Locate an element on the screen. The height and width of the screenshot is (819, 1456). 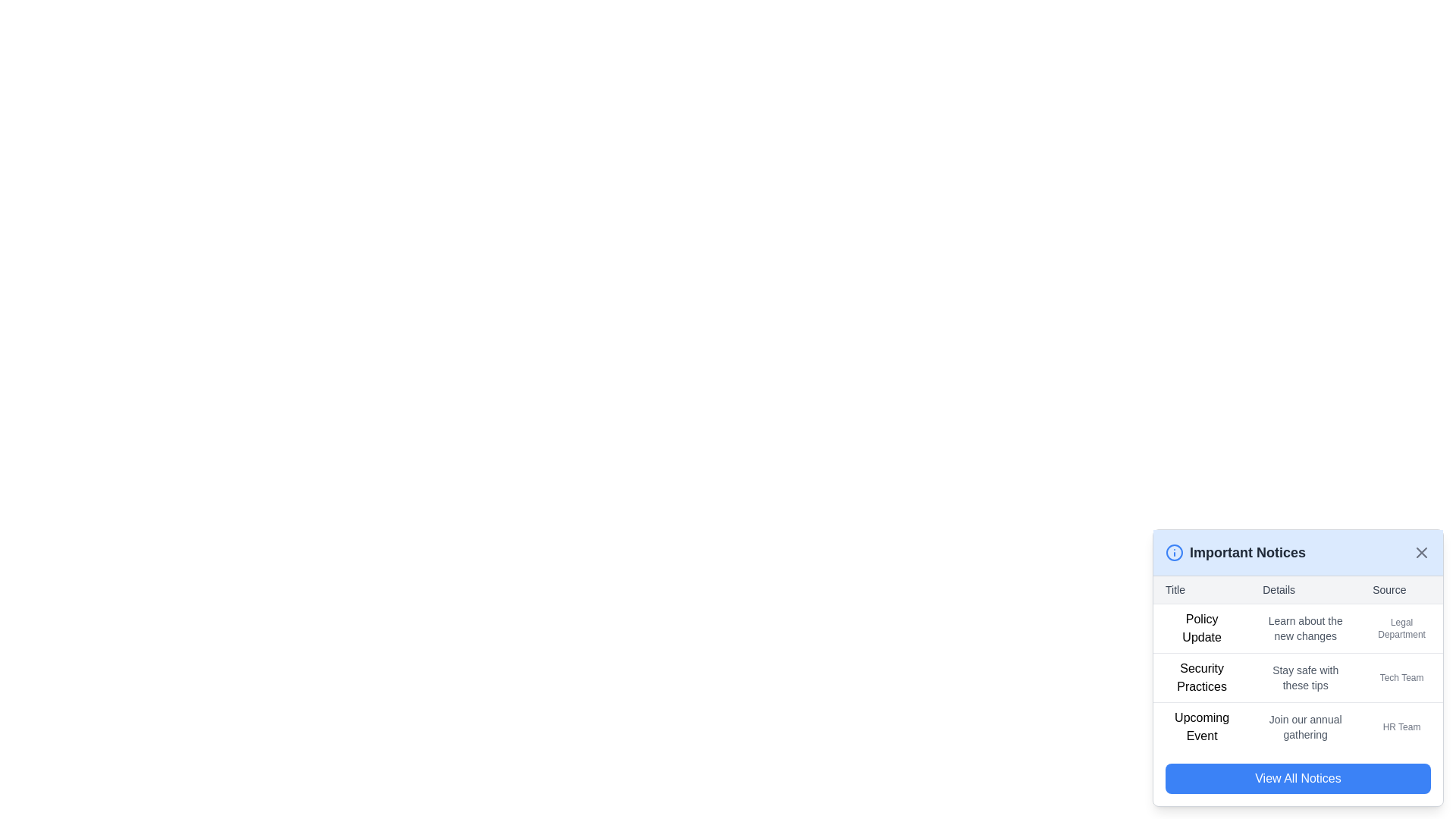
the text element that presents descriptive information about an upcoming event, located between 'Upcoming Event' and 'HR Team' is located at coordinates (1304, 726).